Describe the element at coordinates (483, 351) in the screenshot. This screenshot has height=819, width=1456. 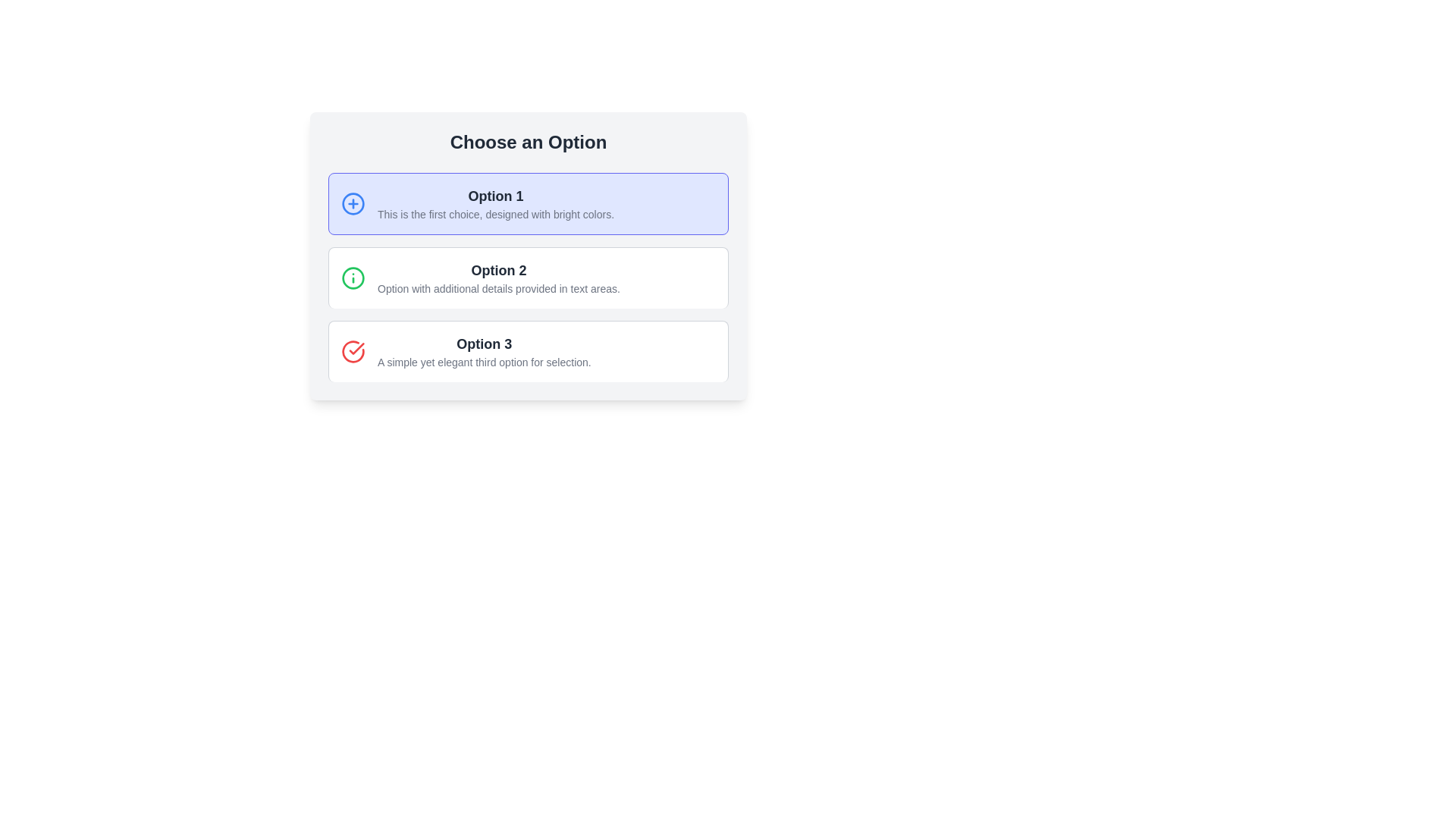
I see `the informational display element that shows 'Option 3' with the description 'A simple yet elegant third option for selection.'` at that location.